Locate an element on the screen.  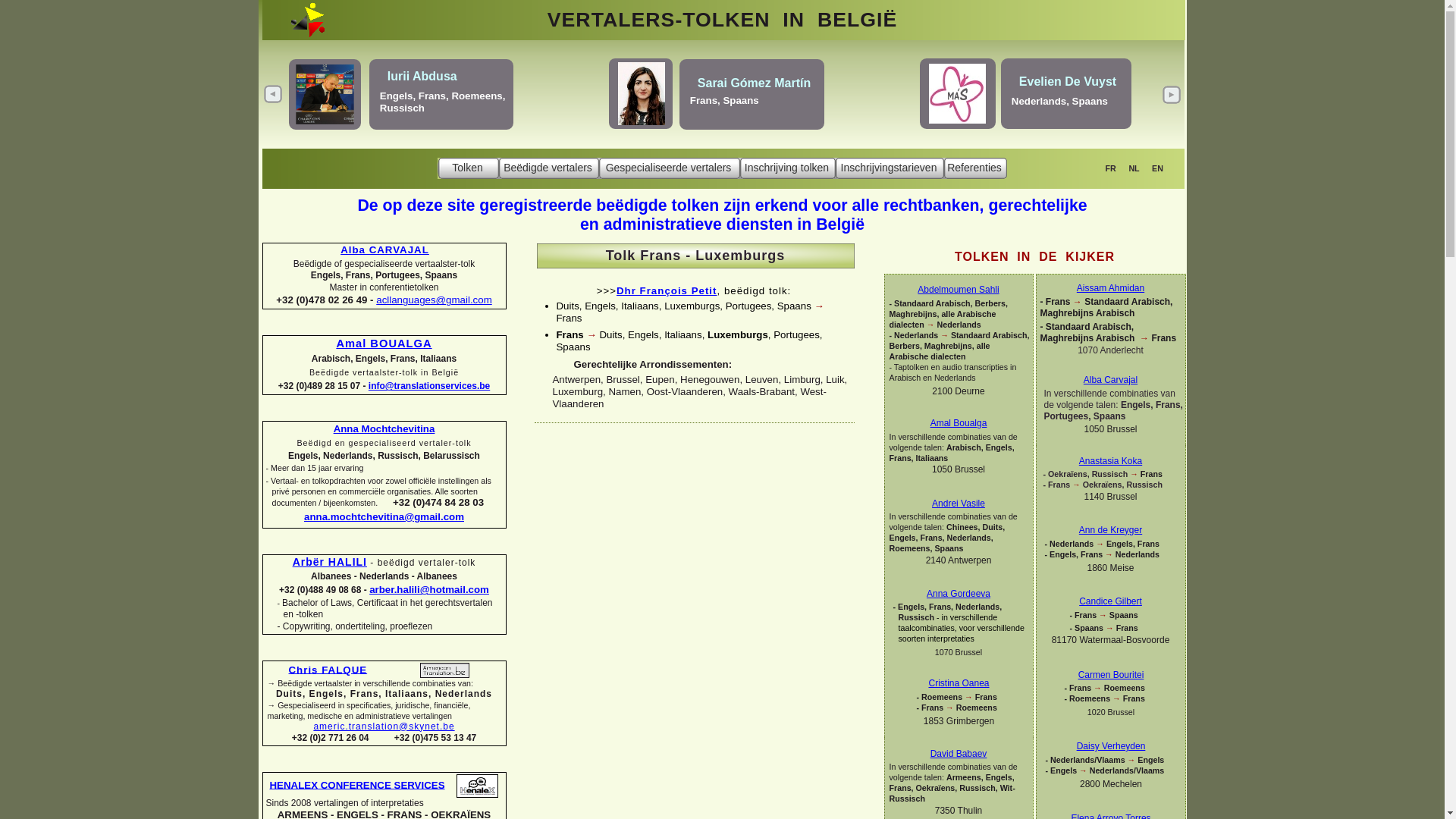
'arber.halili@hotmail.com' is located at coordinates (428, 588).